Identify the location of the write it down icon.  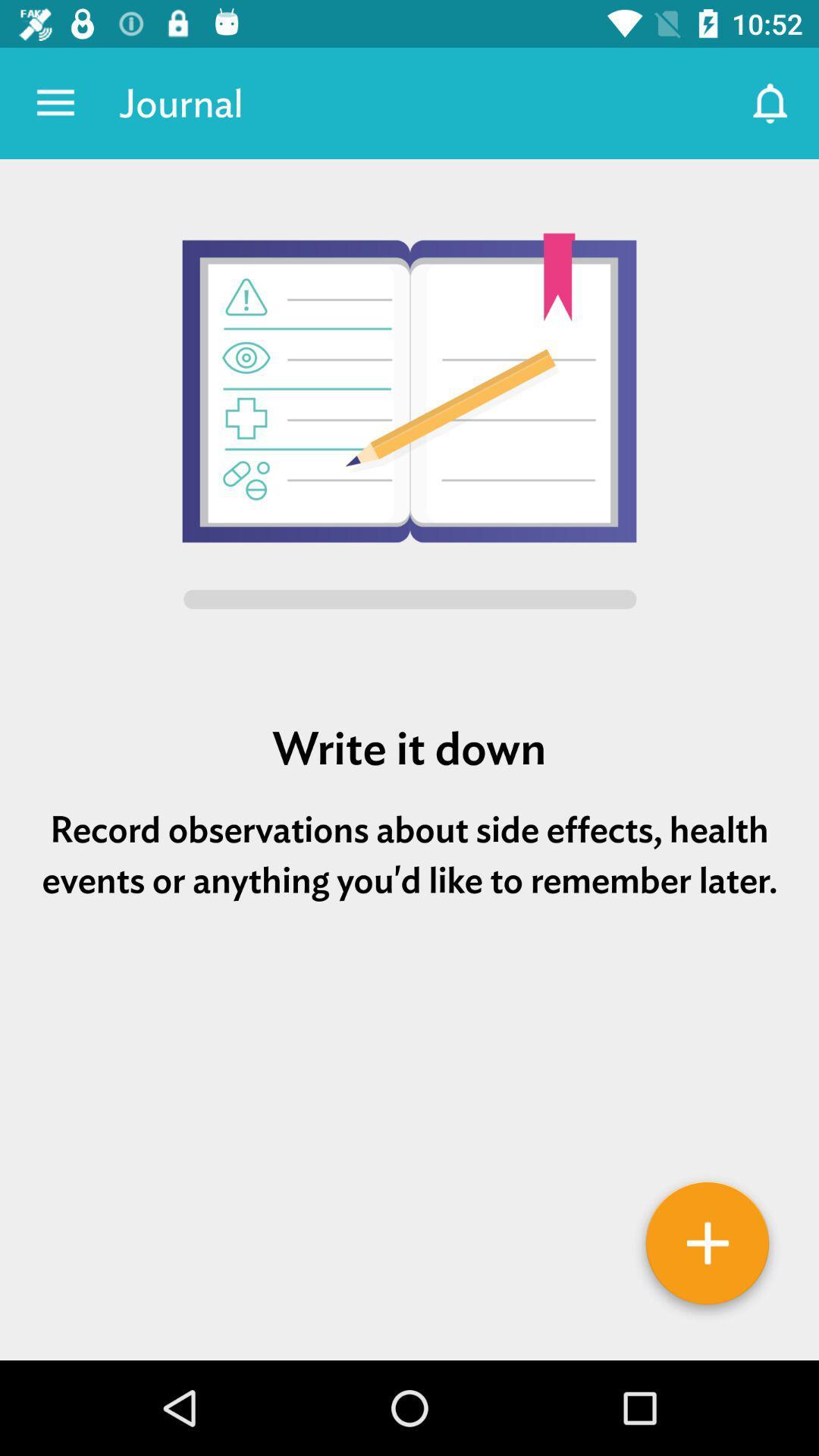
(409, 748).